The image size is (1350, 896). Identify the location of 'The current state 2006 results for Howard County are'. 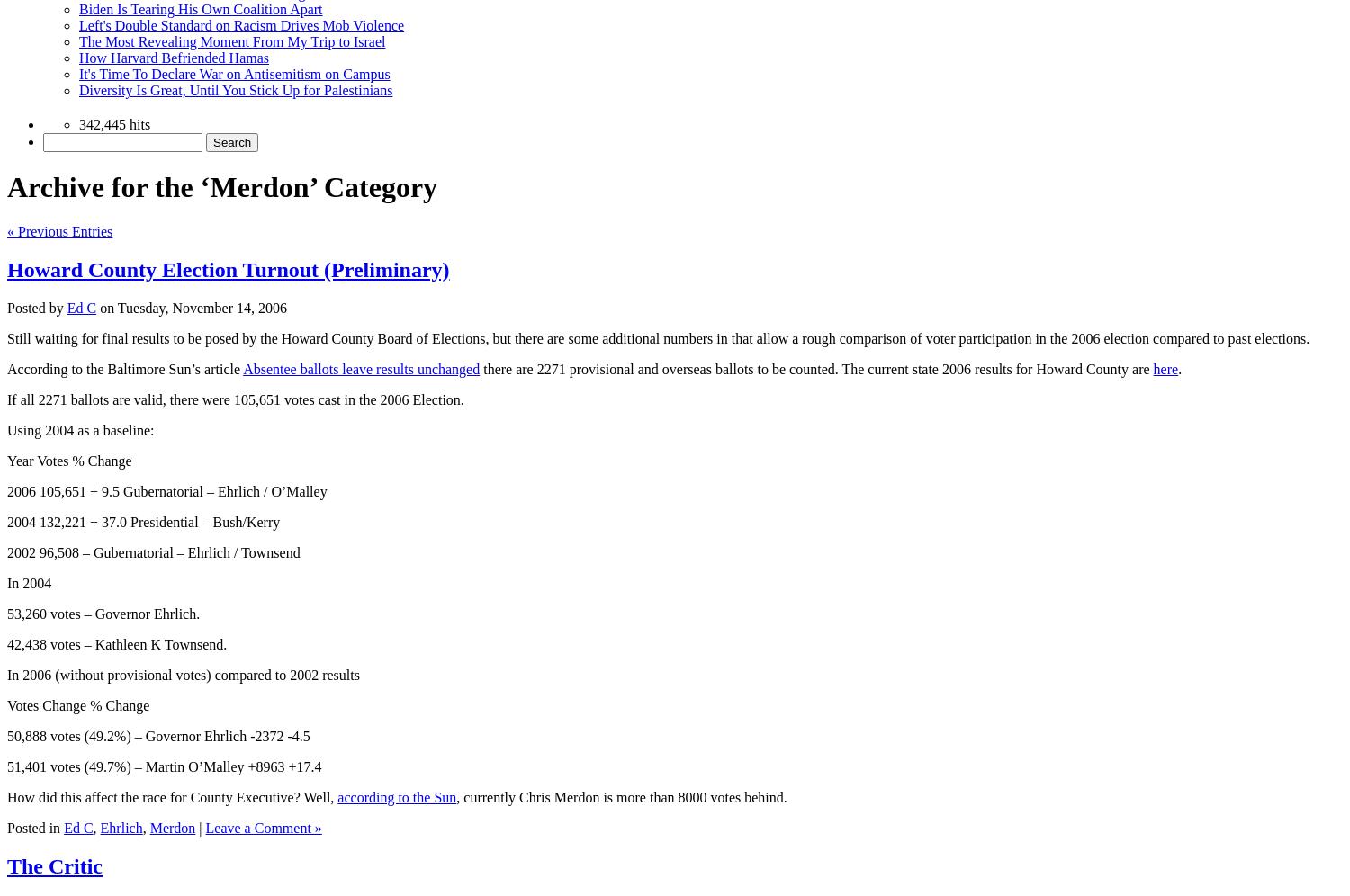
(996, 367).